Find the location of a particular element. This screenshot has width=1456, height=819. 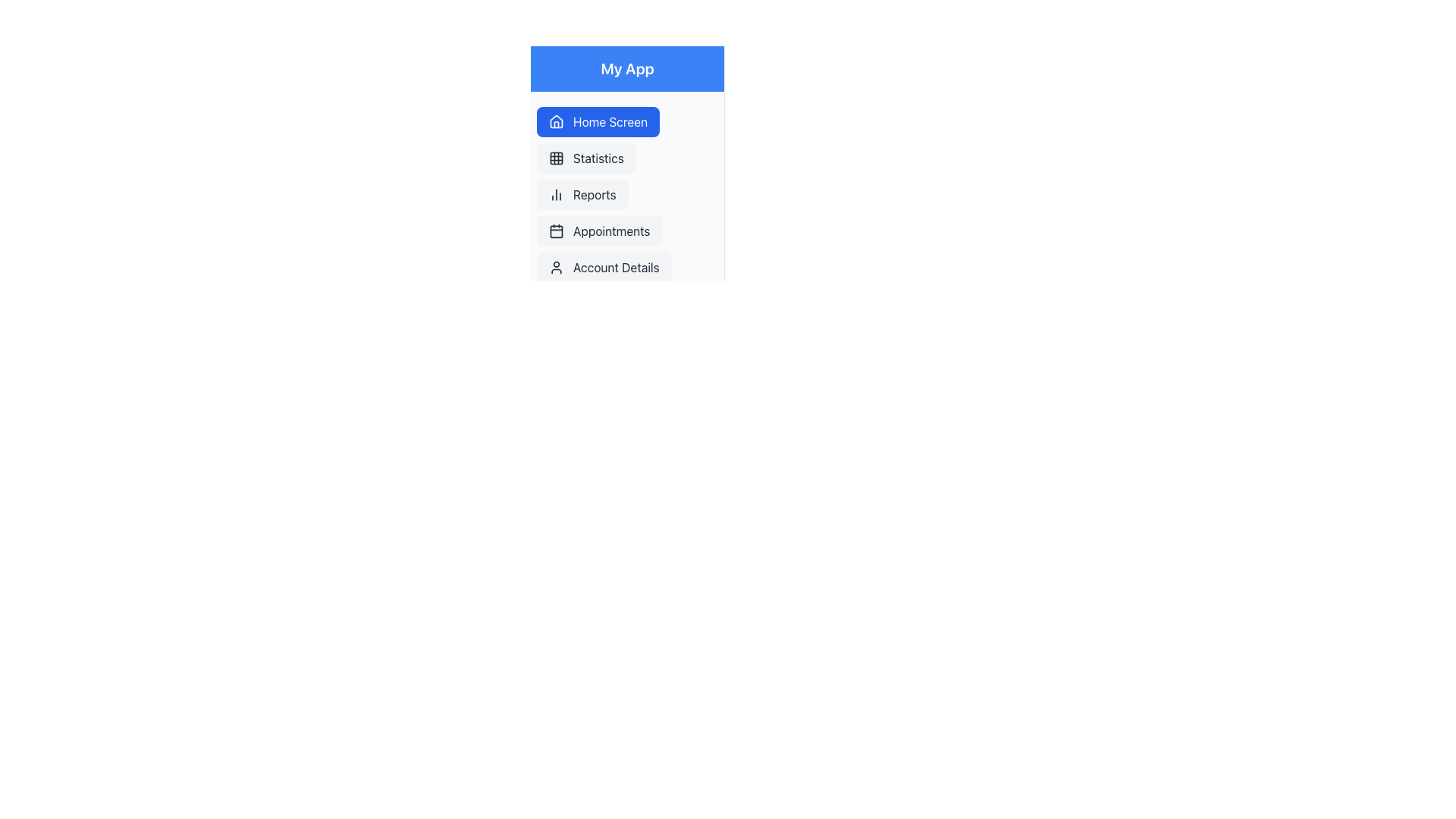

the rectangular button-like component labeled 'My App' with a blue background and white text, which is positioned at the top of a vertical menu layout is located at coordinates (627, 69).